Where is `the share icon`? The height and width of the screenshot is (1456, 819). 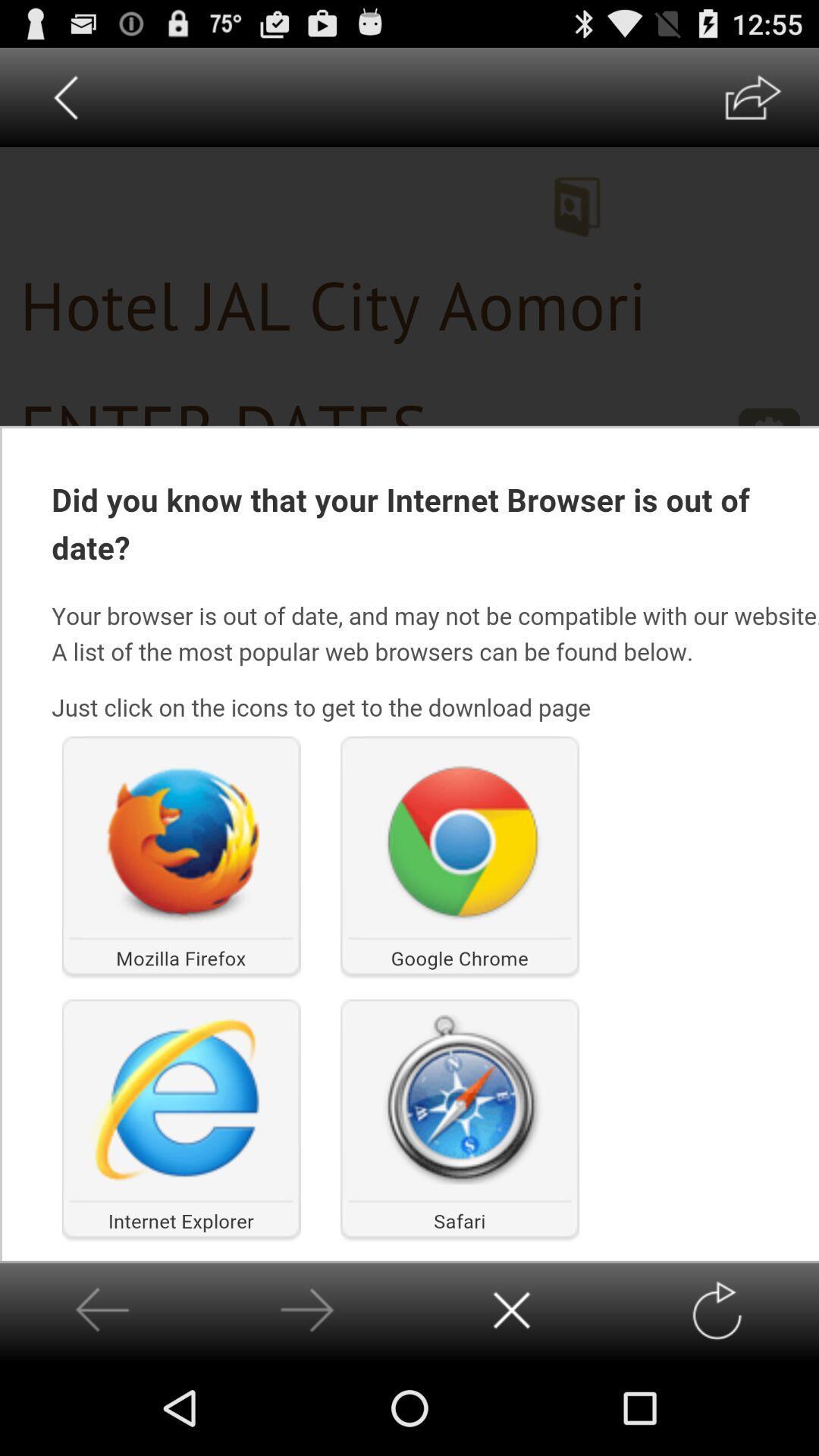
the share icon is located at coordinates (752, 103).